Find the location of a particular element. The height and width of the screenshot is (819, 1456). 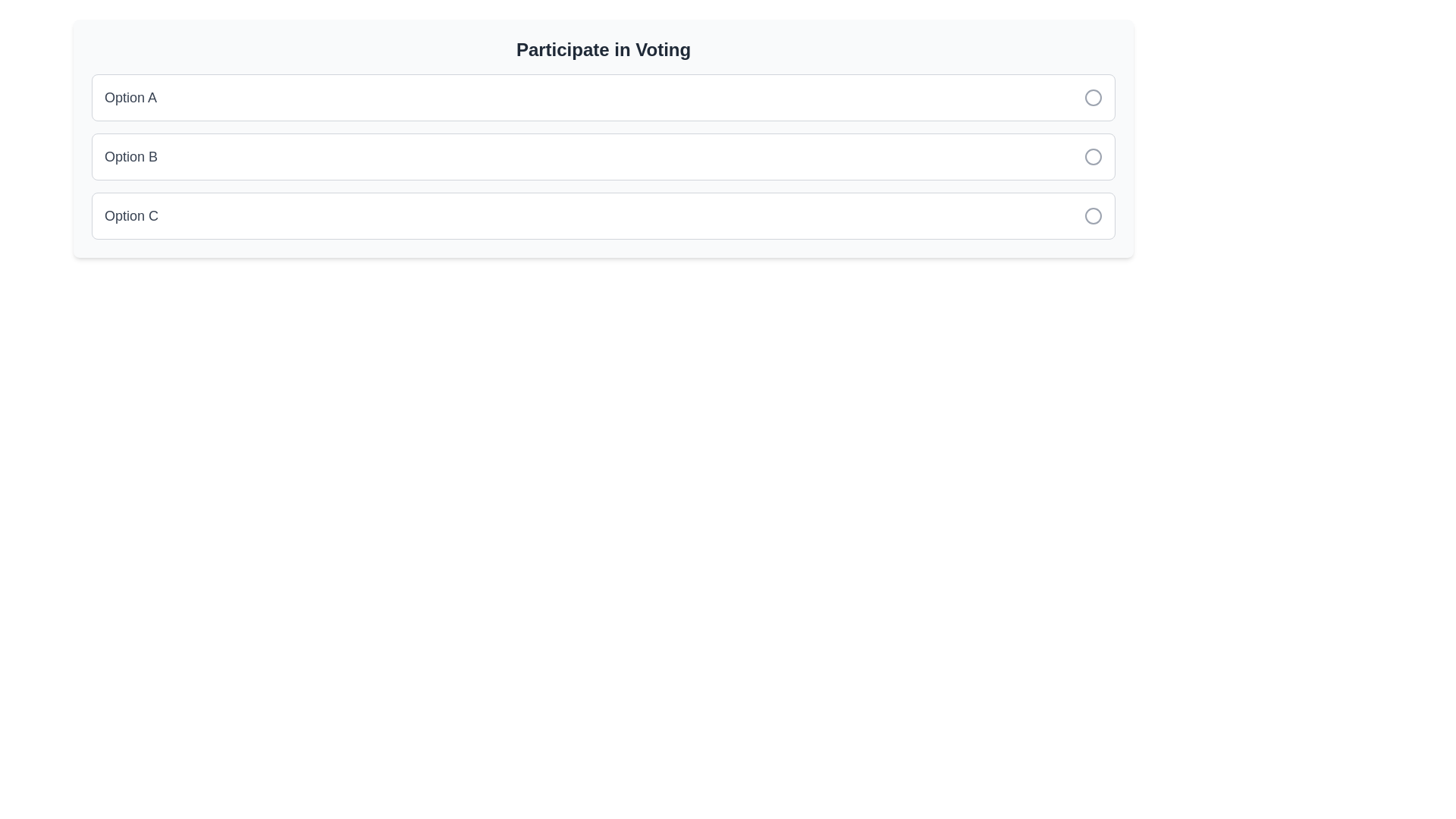

the circular option indicator for 'Option B' in the voting mechanism within the SVG component is located at coordinates (1093, 157).